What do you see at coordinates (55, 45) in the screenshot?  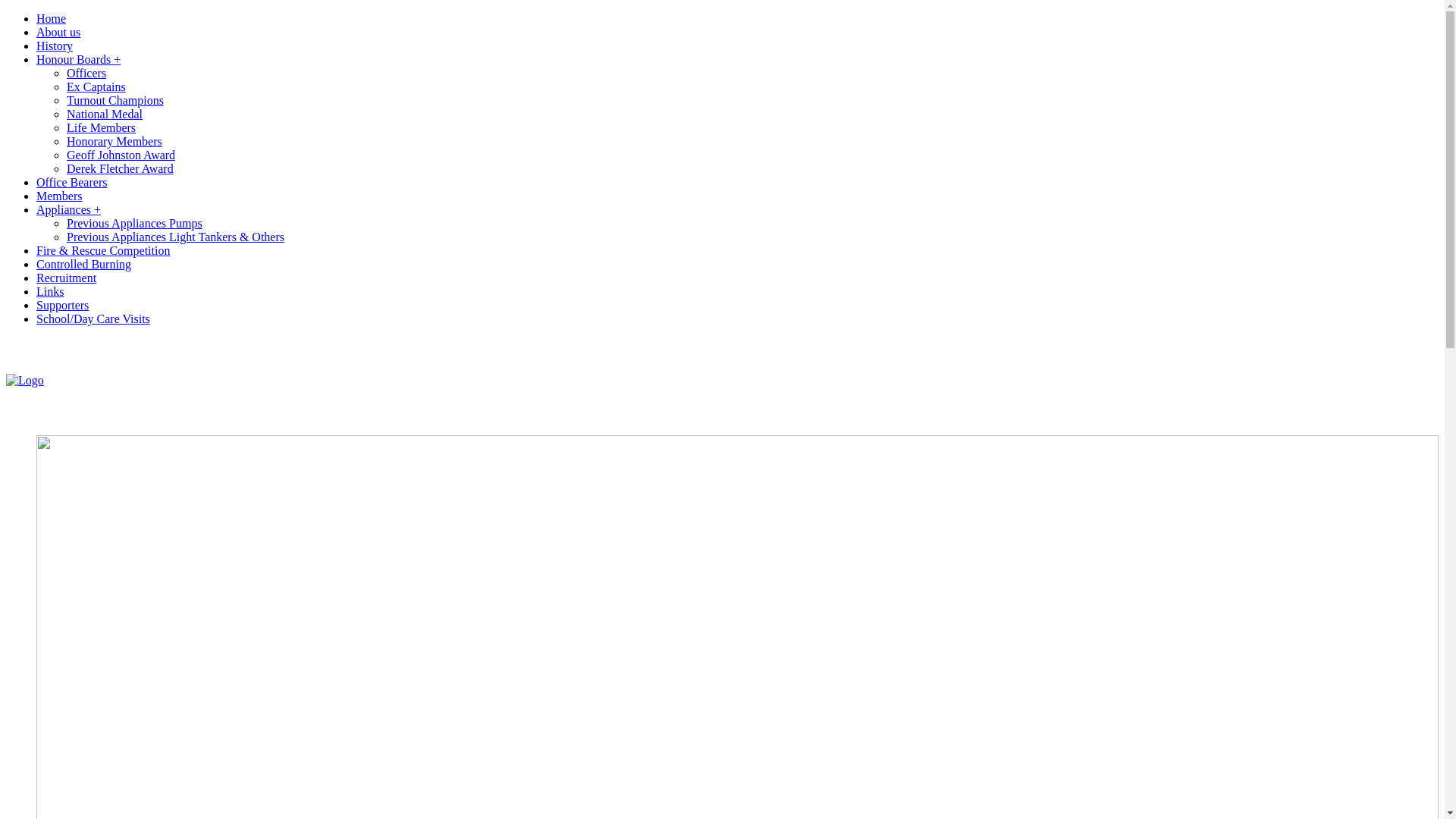 I see `'History'` at bounding box center [55, 45].